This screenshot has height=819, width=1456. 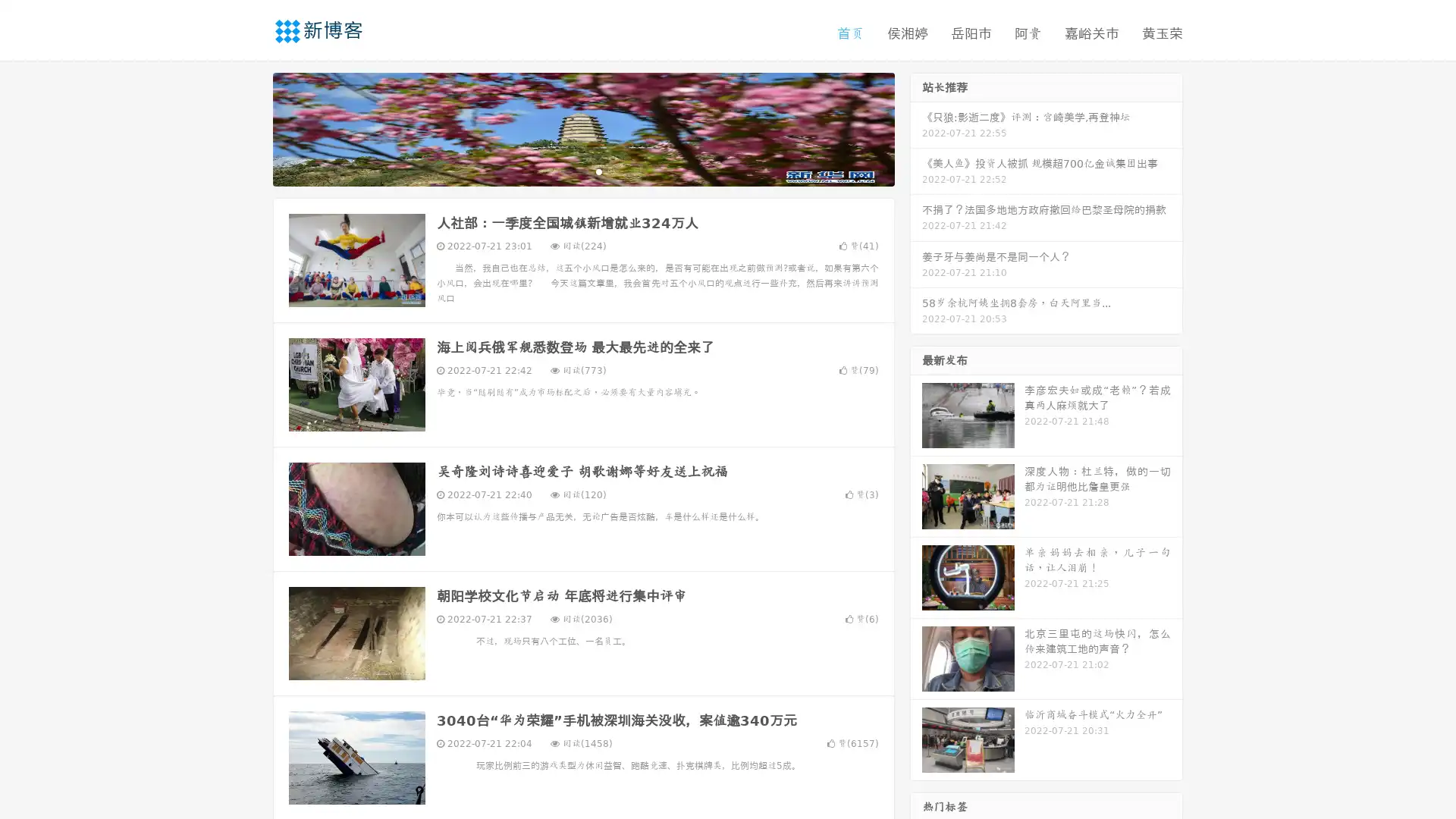 I want to click on Go to slide 3, so click(x=598, y=171).